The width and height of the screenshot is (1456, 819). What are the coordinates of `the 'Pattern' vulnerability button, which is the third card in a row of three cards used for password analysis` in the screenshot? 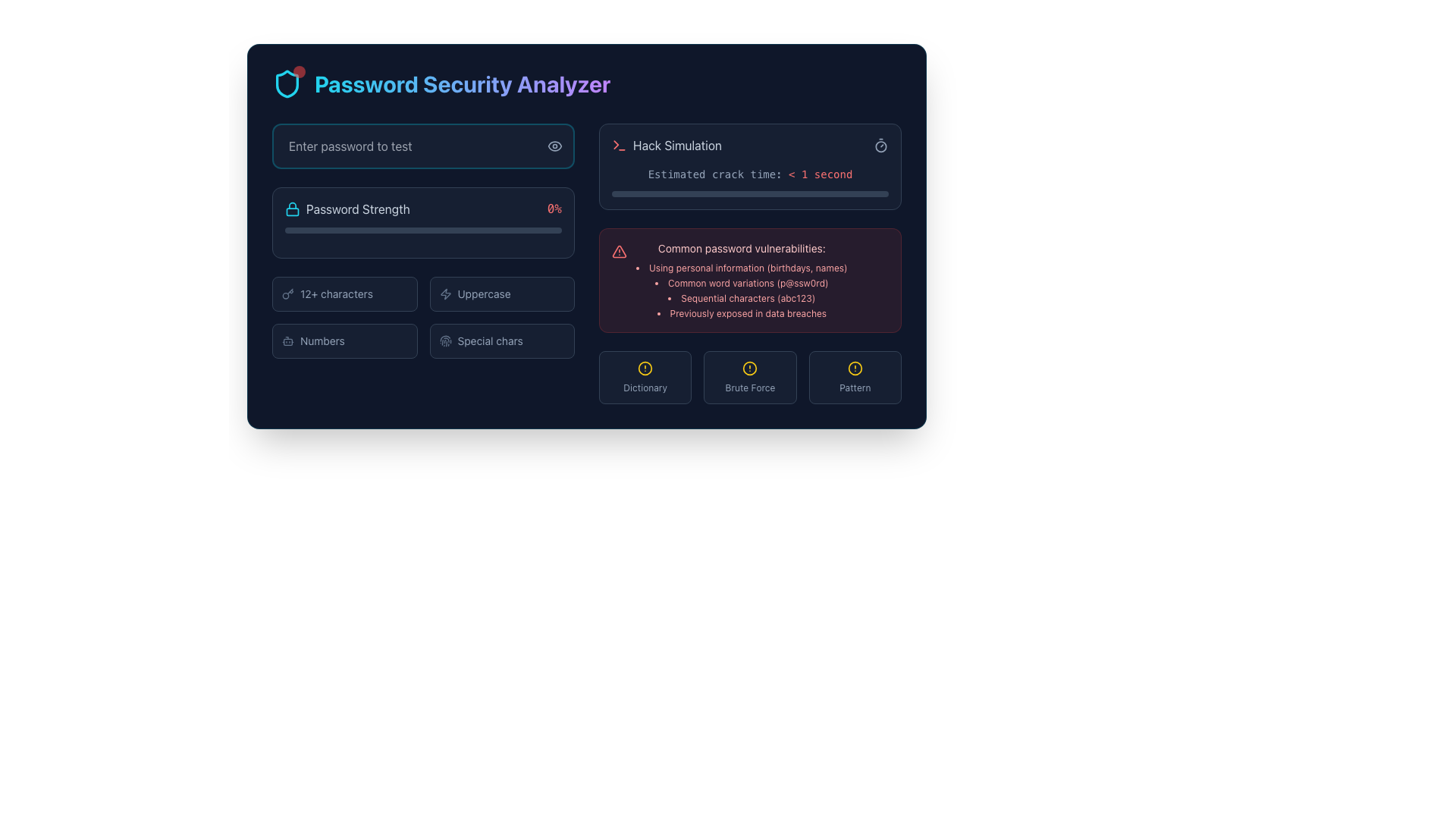 It's located at (855, 376).